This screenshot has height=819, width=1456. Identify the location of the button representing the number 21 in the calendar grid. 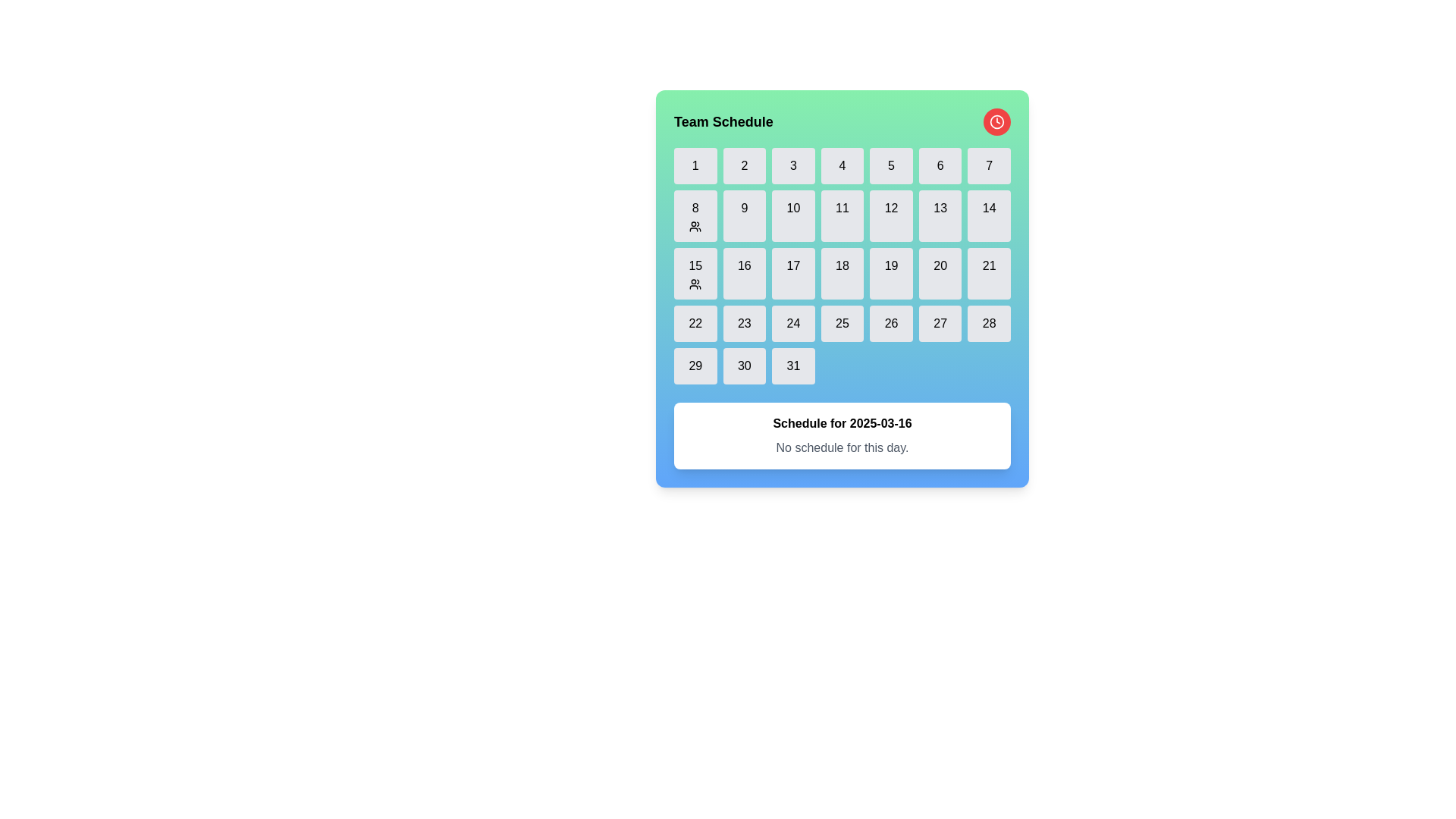
(989, 274).